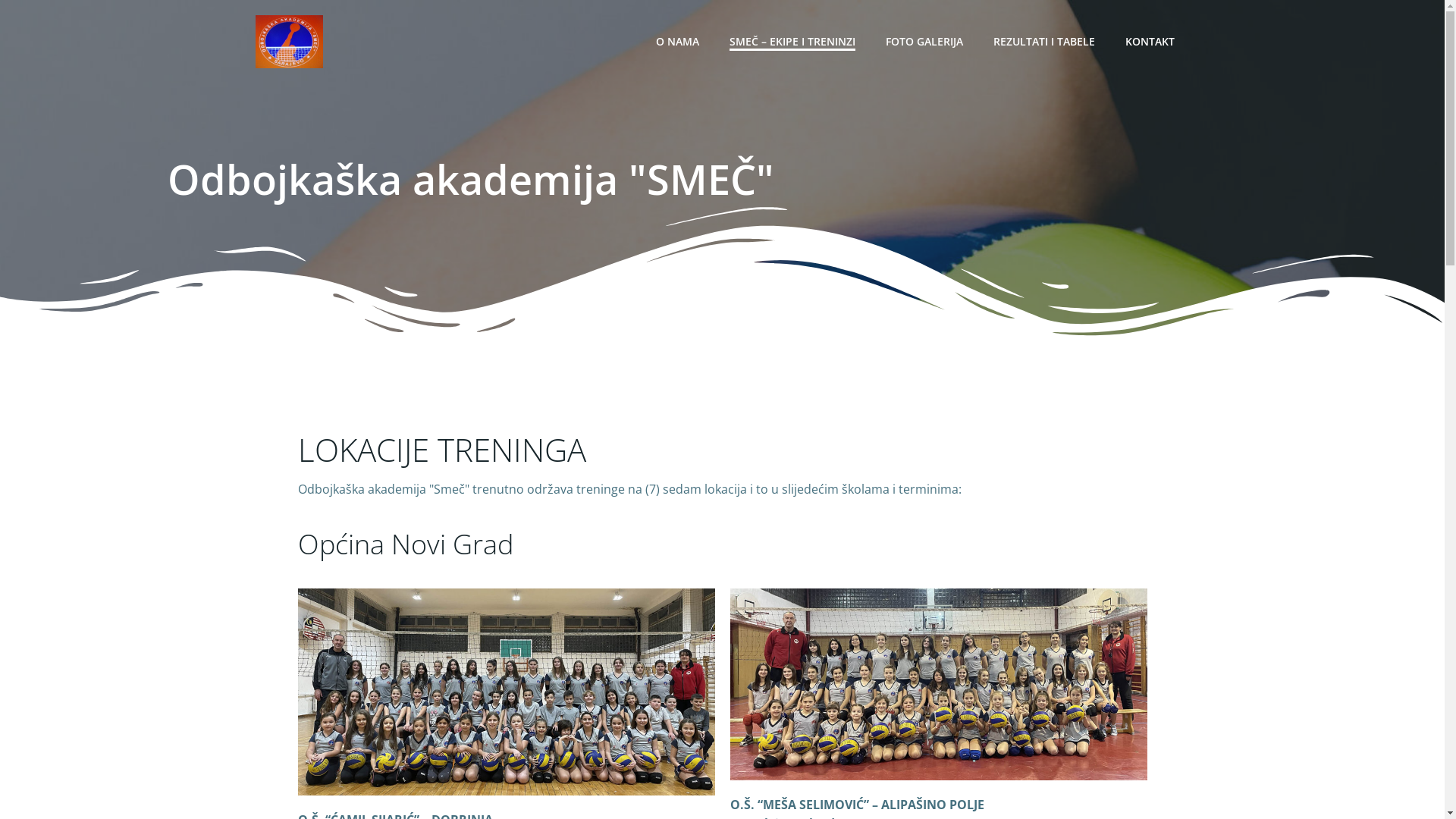 This screenshot has height=819, width=1456. What do you see at coordinates (949, 773) in the screenshot?
I see `'Colibri'` at bounding box center [949, 773].